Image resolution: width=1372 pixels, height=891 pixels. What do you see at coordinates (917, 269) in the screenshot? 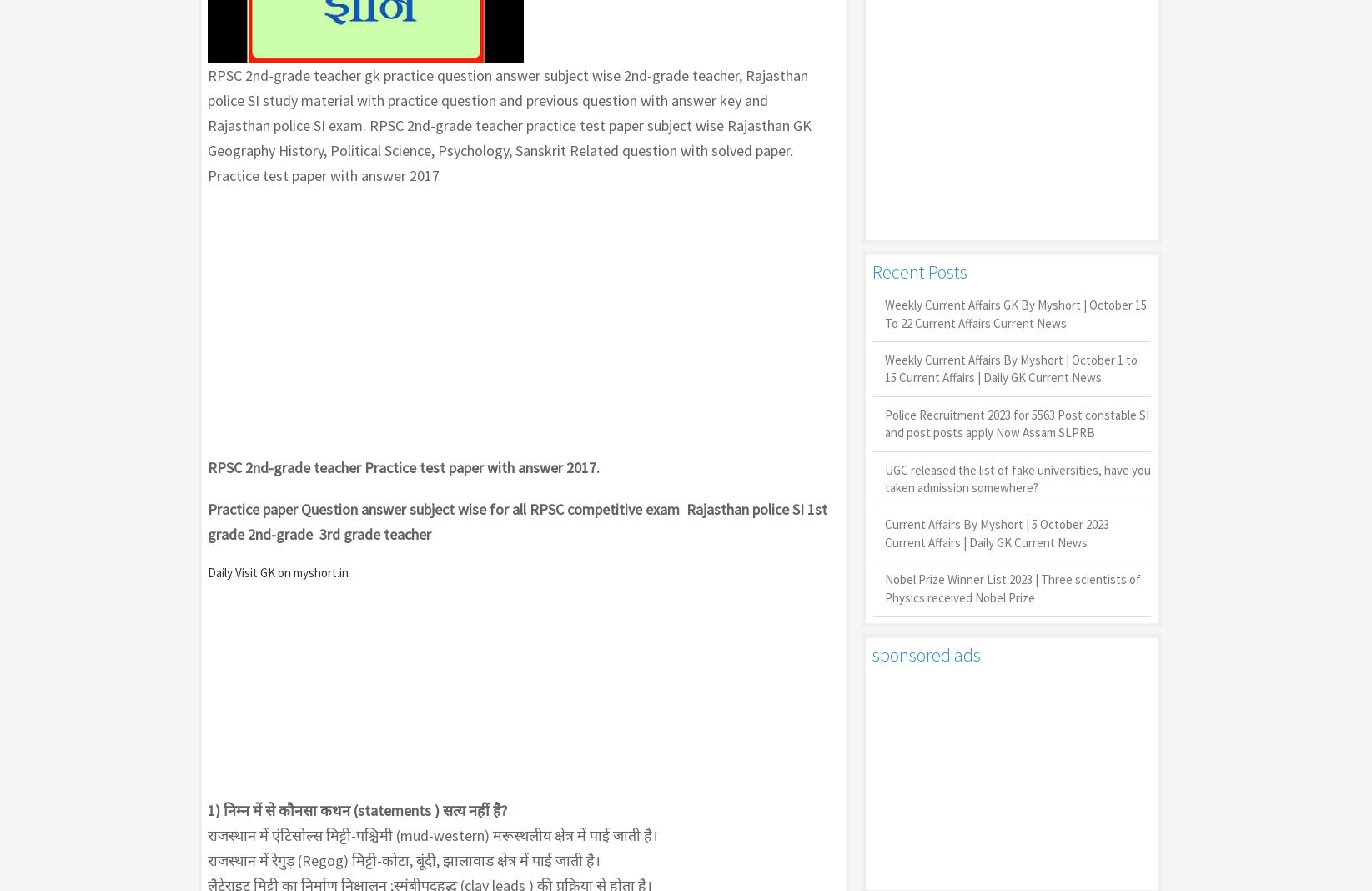
I see `'Recent Posts'` at bounding box center [917, 269].